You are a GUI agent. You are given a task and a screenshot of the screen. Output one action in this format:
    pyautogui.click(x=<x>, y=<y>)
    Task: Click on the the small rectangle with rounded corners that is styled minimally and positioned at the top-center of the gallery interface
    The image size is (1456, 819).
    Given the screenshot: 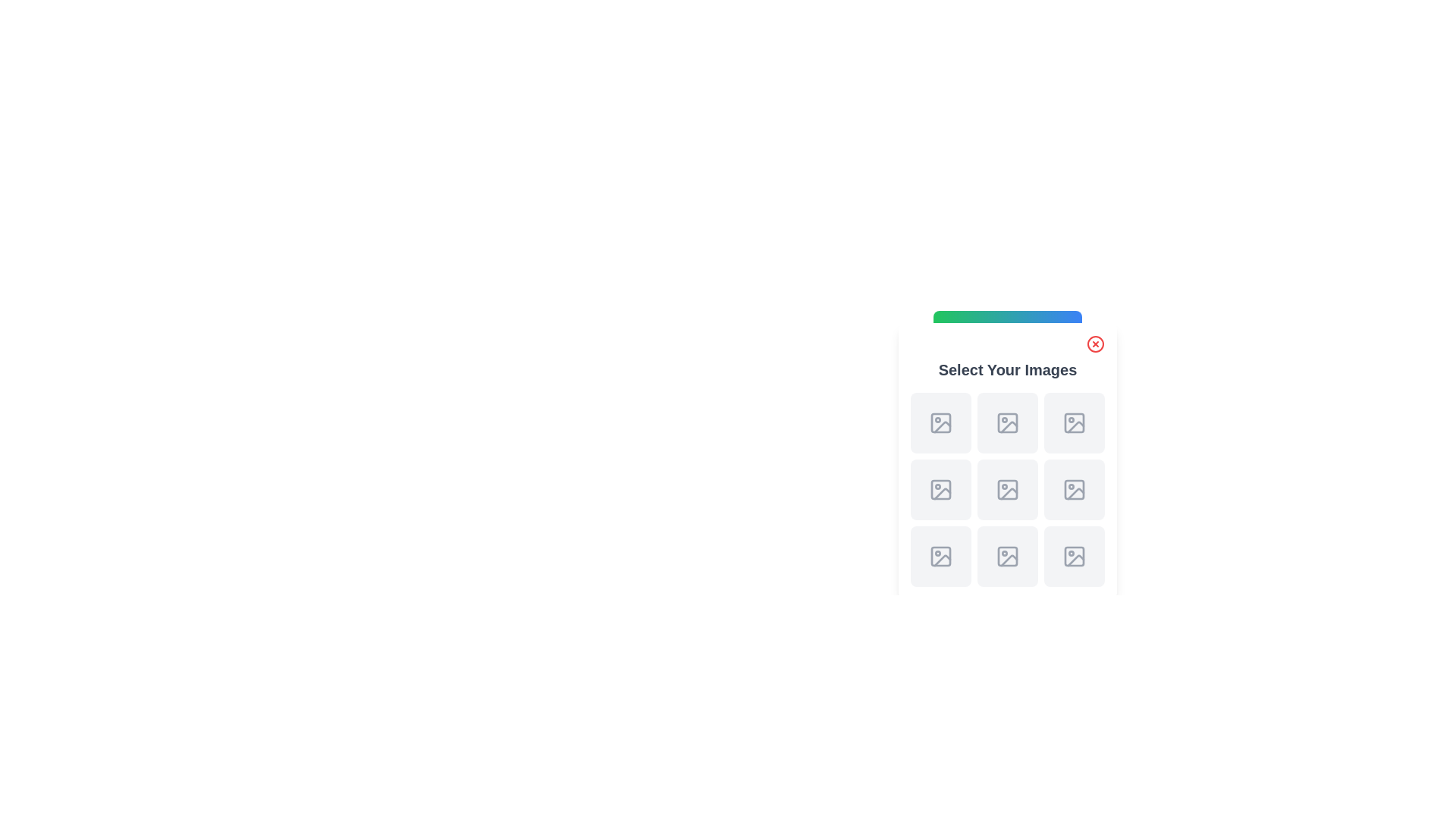 What is the action you would take?
    pyautogui.click(x=960, y=329)
    